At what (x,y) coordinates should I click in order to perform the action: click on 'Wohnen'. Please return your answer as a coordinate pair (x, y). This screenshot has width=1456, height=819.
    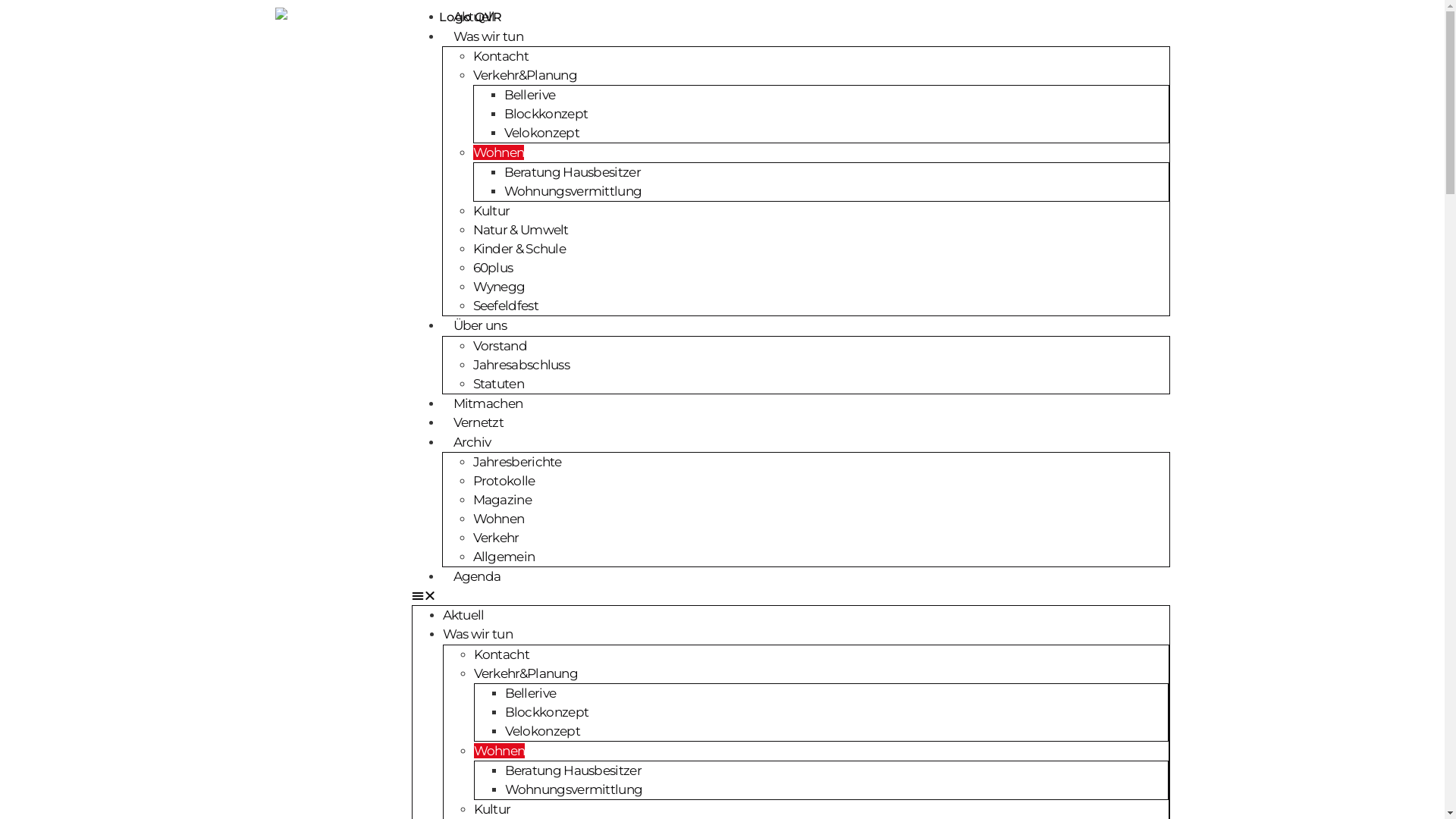
    Looking at the image, I should click on (472, 751).